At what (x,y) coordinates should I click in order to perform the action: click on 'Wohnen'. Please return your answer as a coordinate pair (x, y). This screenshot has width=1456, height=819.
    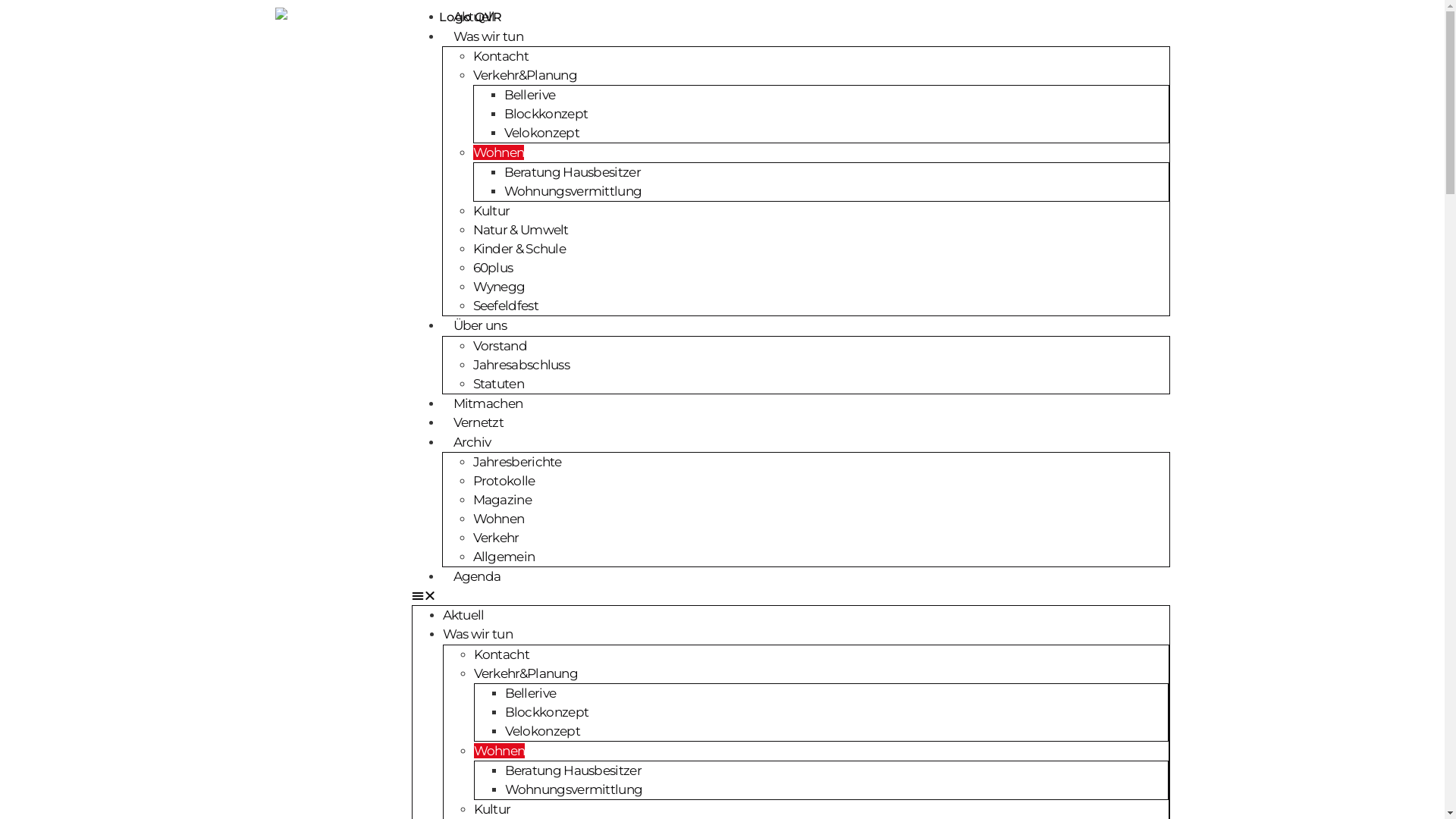
    Looking at the image, I should click on (472, 751).